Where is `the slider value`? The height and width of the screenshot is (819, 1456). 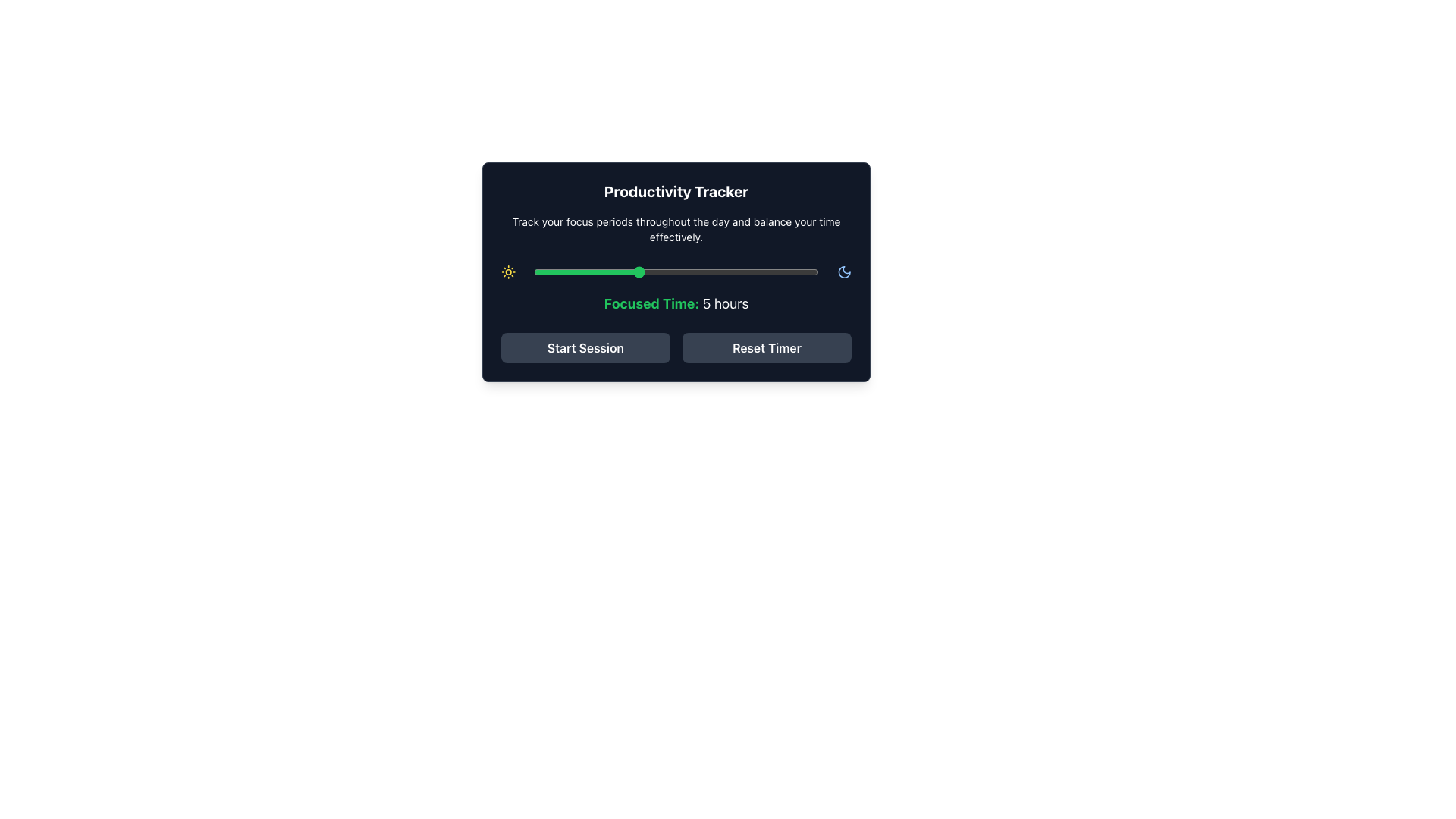 the slider value is located at coordinates (663, 271).